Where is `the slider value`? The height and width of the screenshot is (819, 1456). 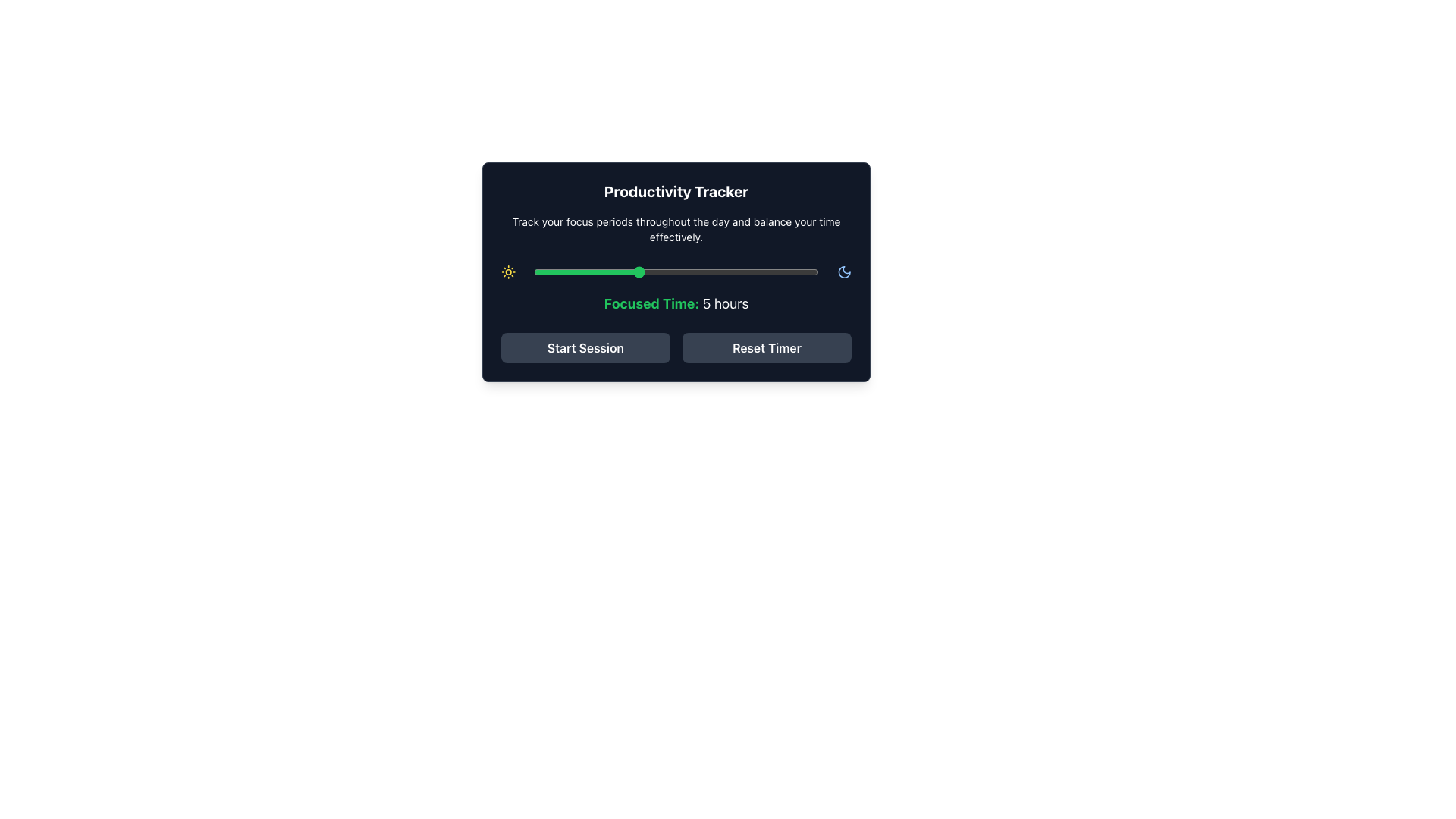 the slider value is located at coordinates (663, 271).